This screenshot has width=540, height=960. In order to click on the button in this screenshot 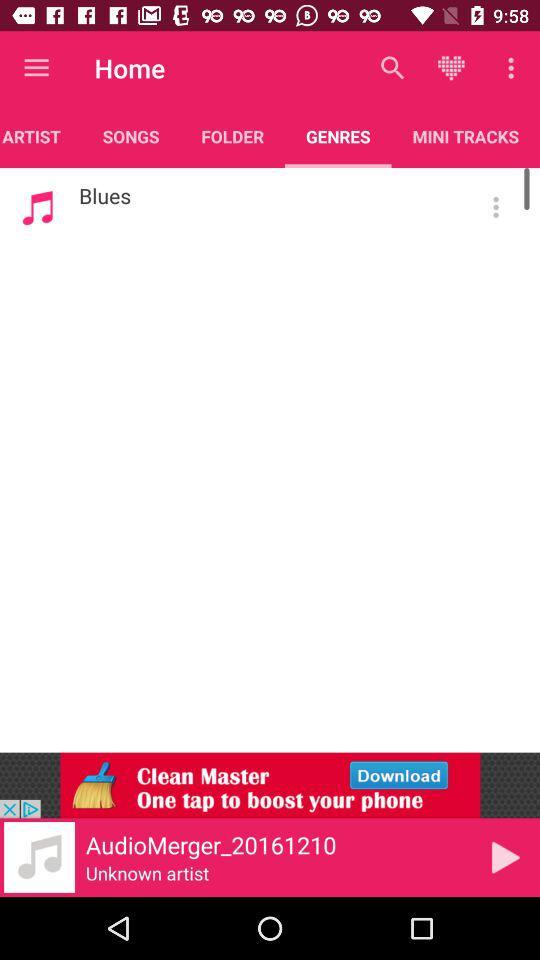, I will do `click(495, 207)`.